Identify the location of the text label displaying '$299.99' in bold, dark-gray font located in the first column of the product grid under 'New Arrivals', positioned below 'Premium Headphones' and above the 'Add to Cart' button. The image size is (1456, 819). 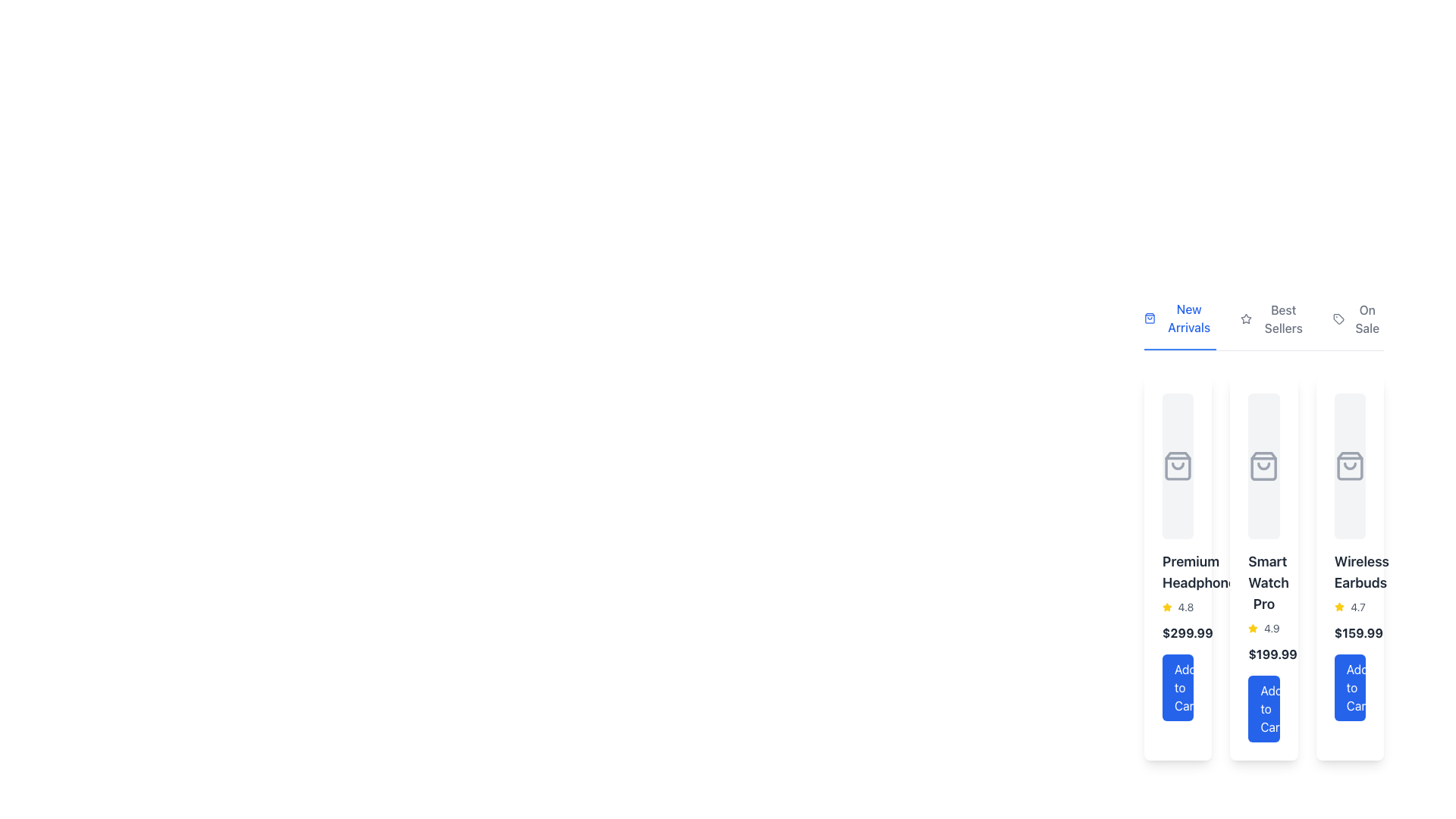
(1187, 632).